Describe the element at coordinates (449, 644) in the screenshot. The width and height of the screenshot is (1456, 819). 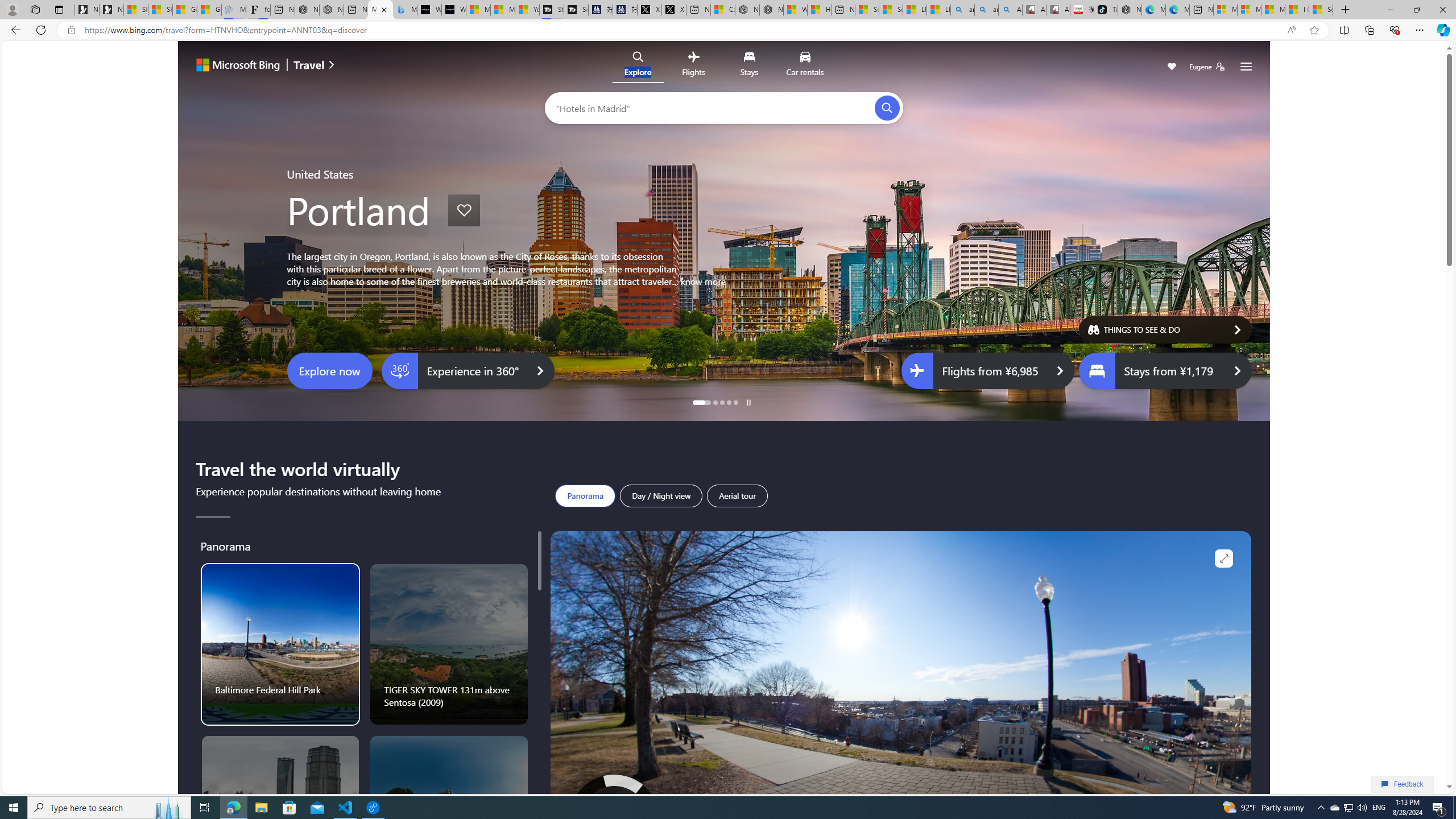
I see `'TIGER SKY TOWER 131m above Sentosa (2009)'` at that location.